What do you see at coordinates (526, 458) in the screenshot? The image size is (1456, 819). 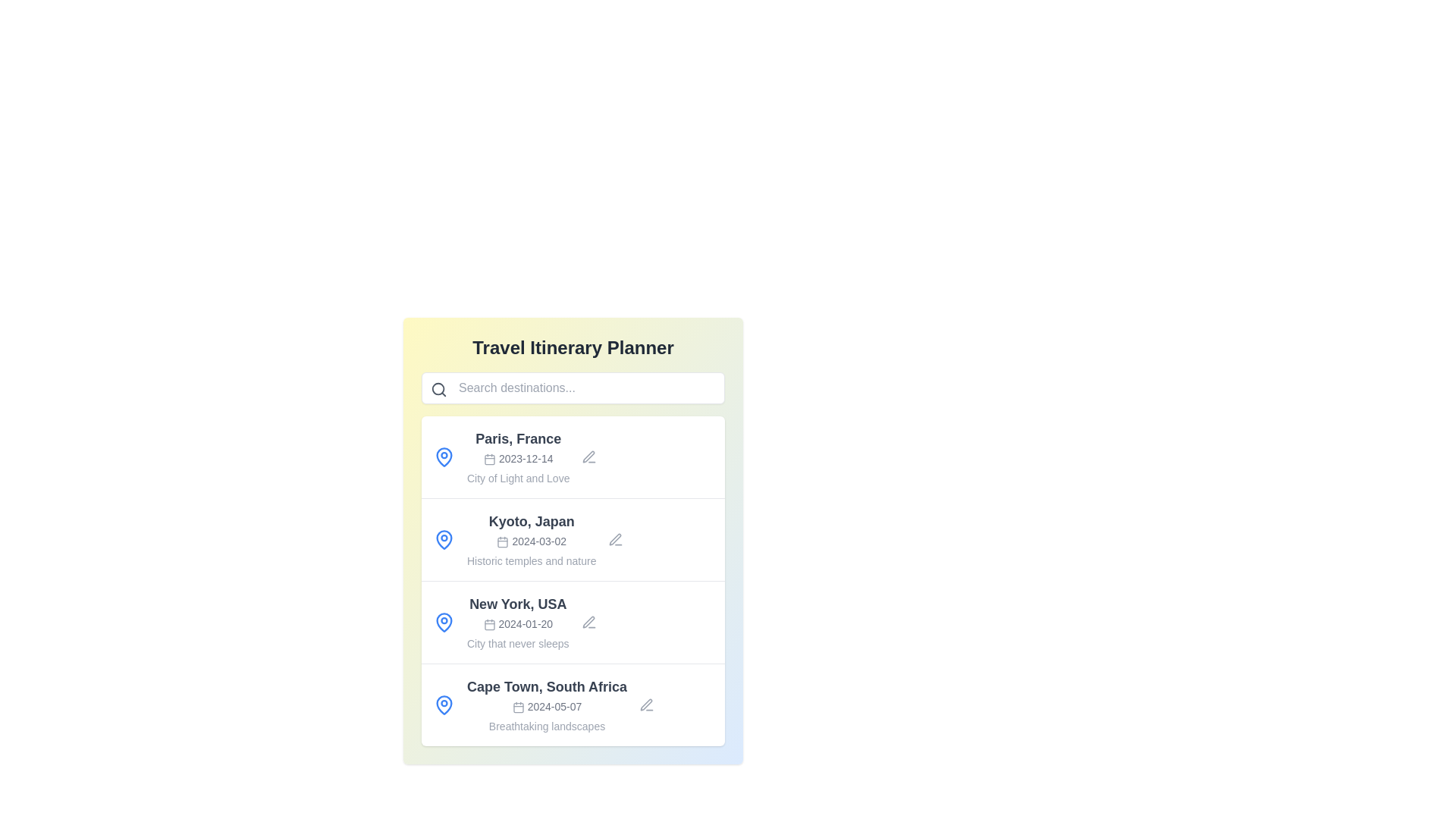 I see `the text label displaying the date for the 'Paris, France' itinerary, which is located next to a calendar icon and follows the city name` at bounding box center [526, 458].